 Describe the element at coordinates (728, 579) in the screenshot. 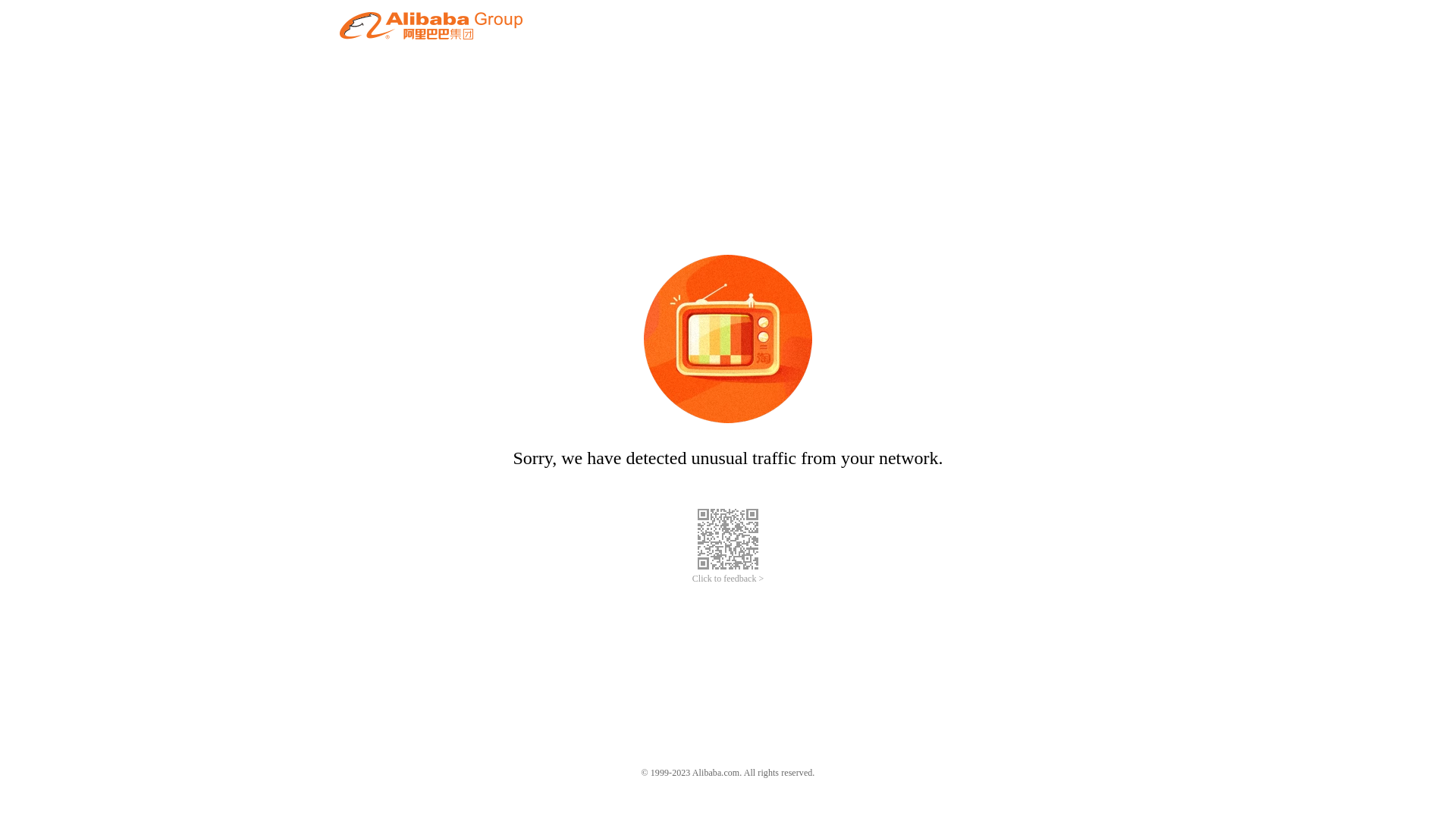

I see `'Click to feedback >'` at that location.